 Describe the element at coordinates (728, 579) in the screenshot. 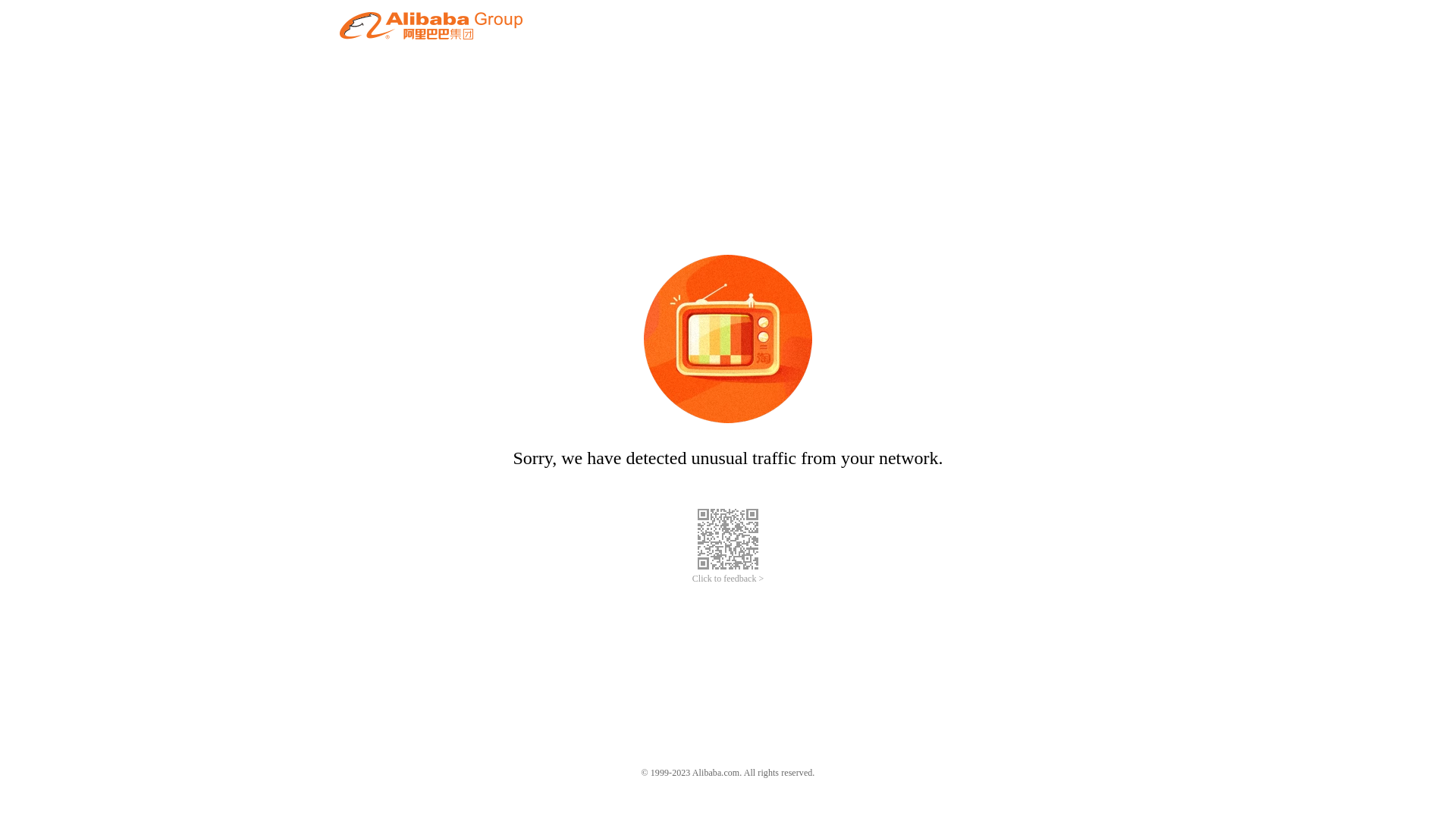

I see `'Click to feedback >'` at that location.